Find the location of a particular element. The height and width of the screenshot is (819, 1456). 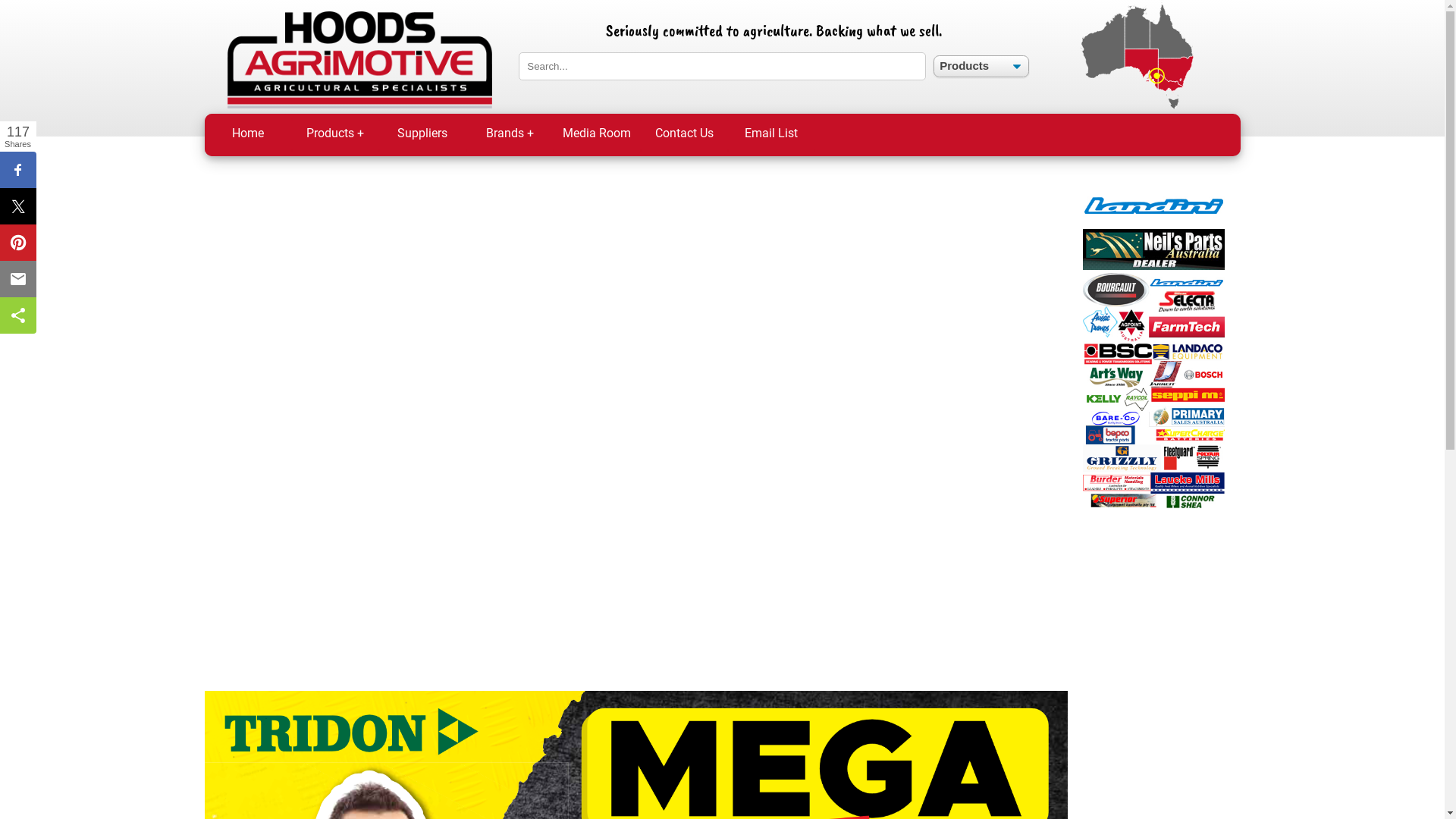

'Email List' is located at coordinates (771, 133).